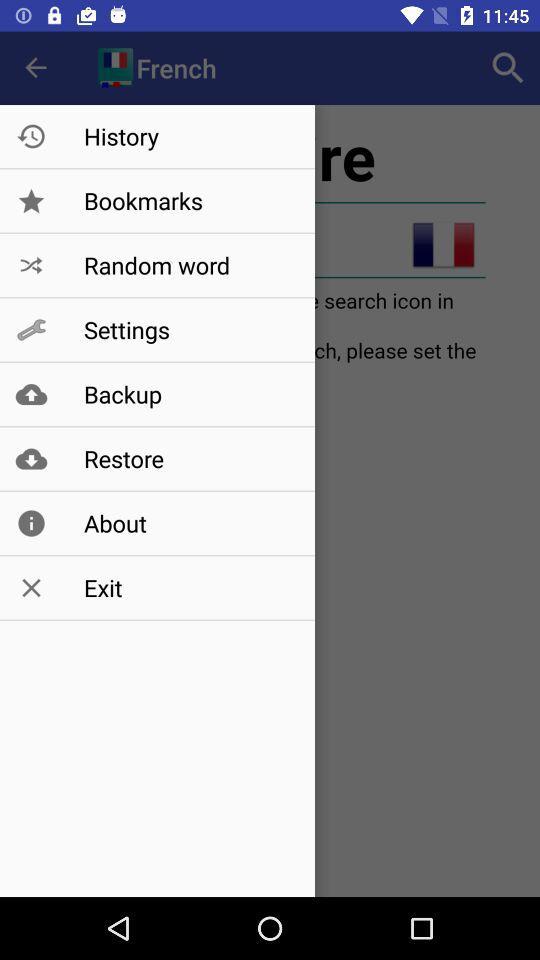 The width and height of the screenshot is (540, 960). What do you see at coordinates (508, 68) in the screenshot?
I see `the item at the top right corner` at bounding box center [508, 68].